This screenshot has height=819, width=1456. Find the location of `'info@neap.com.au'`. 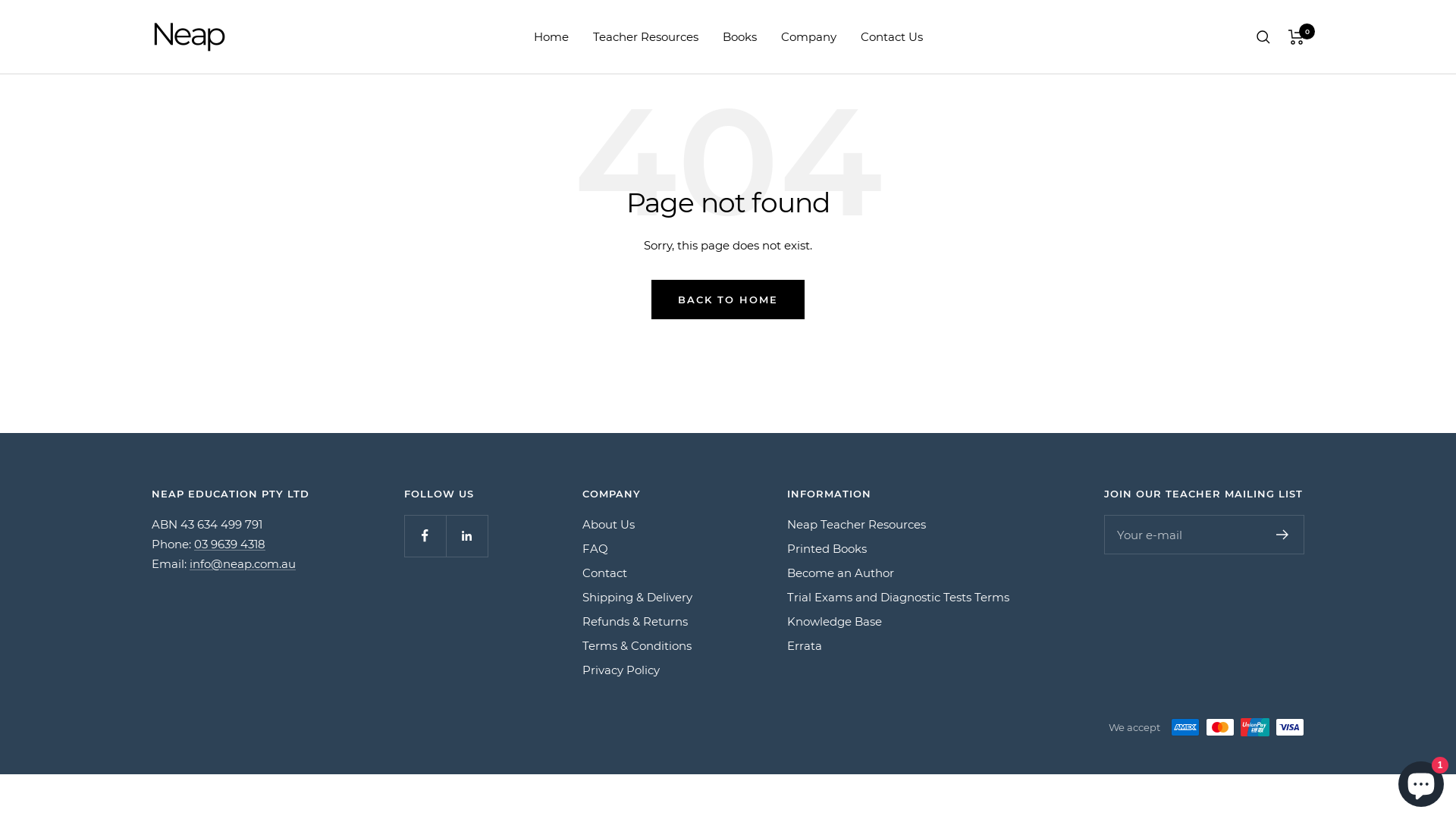

'info@neap.com.au' is located at coordinates (243, 563).